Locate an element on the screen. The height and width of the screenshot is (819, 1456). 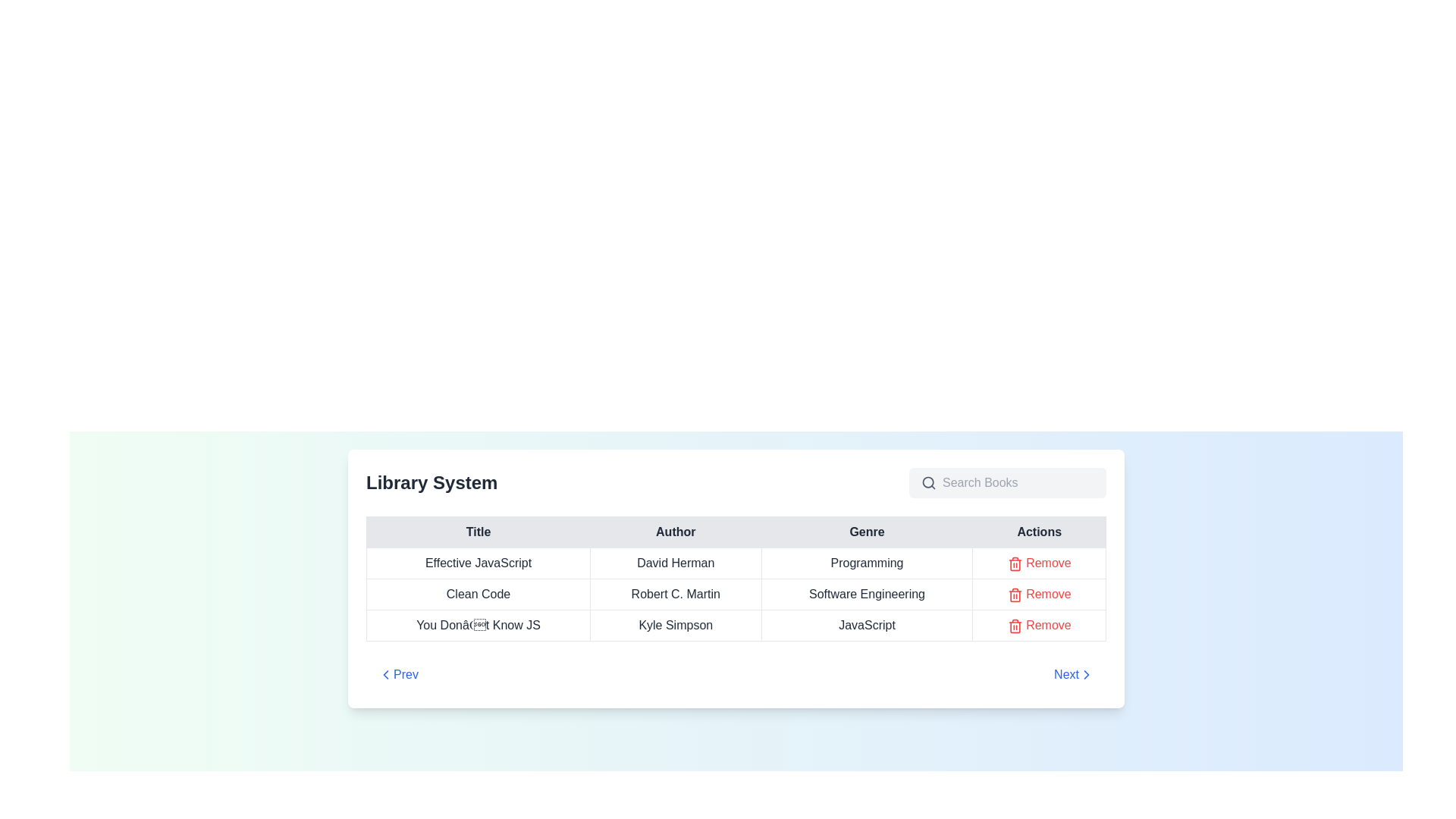
the 'Title' column header cell in the table, which is the first cell from the left in the header row is located at coordinates (478, 532).